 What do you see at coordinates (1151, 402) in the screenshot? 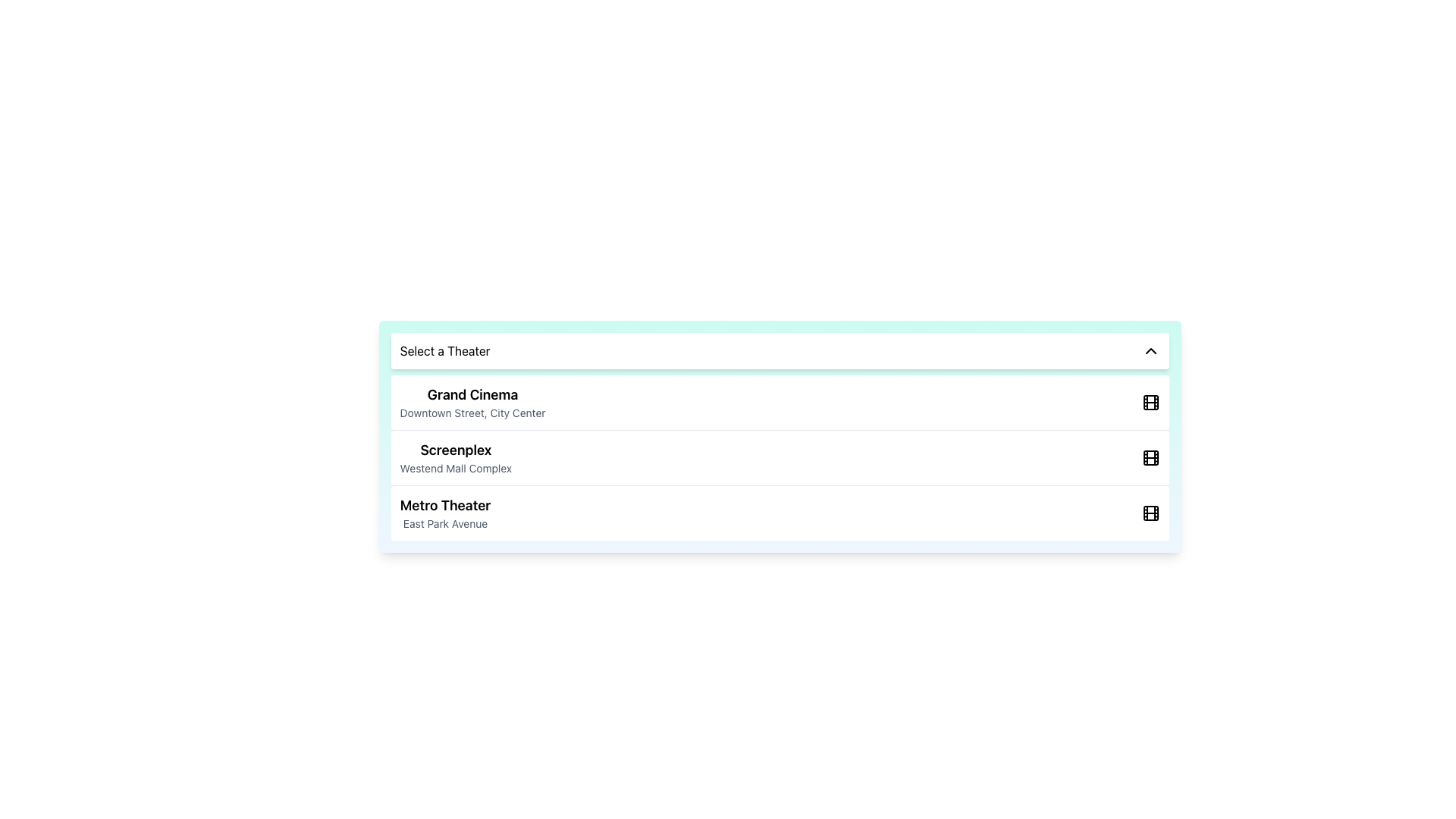
I see `the icon representing 'Grand Cinema' located in the top-right corner of its row` at bounding box center [1151, 402].